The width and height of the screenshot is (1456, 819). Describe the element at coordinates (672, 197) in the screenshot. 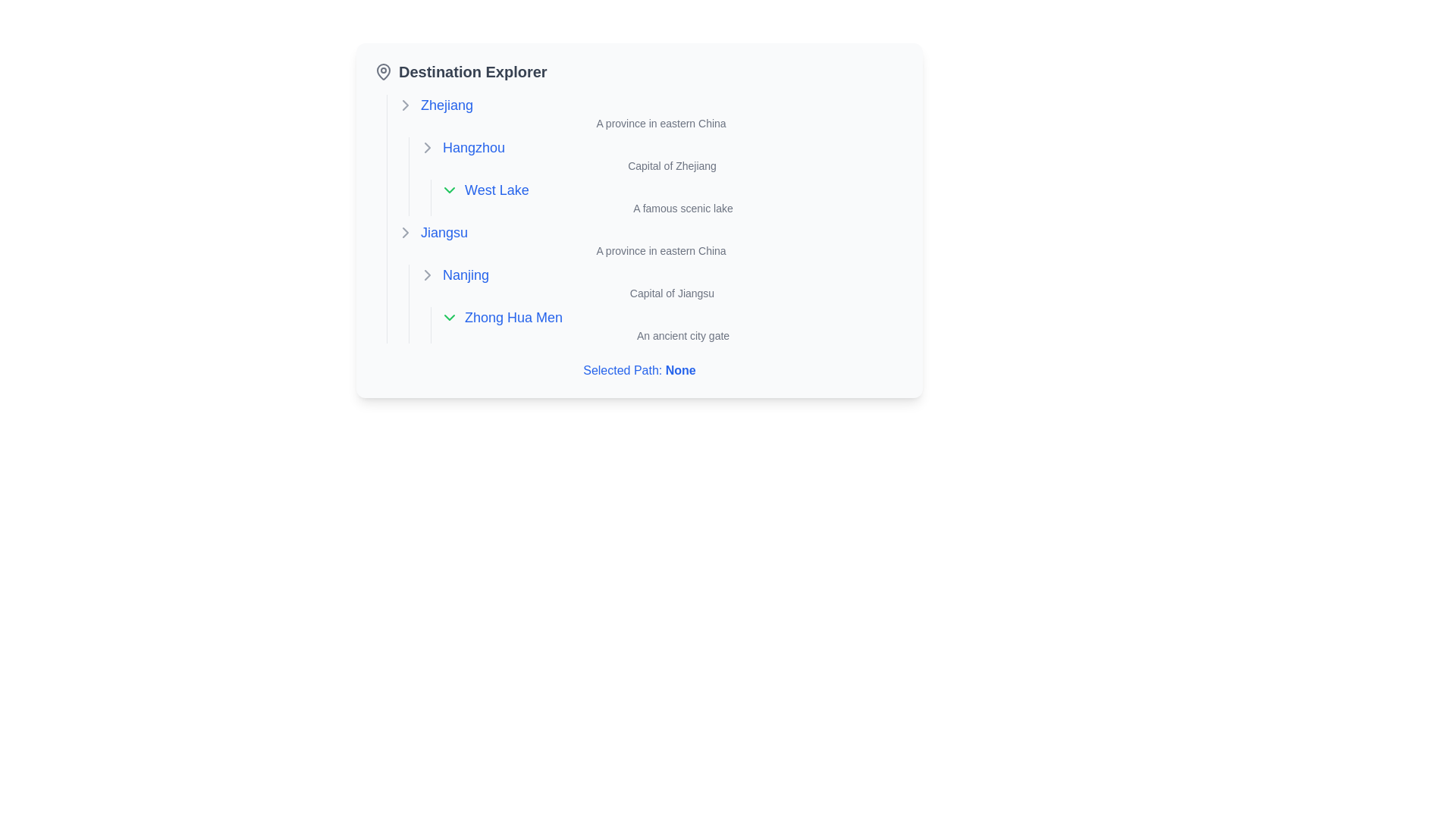

I see `description text of the Composite text block for 'West Lake' located in the 'Destination Explorer' tree view under 'Hangzhou'` at that location.